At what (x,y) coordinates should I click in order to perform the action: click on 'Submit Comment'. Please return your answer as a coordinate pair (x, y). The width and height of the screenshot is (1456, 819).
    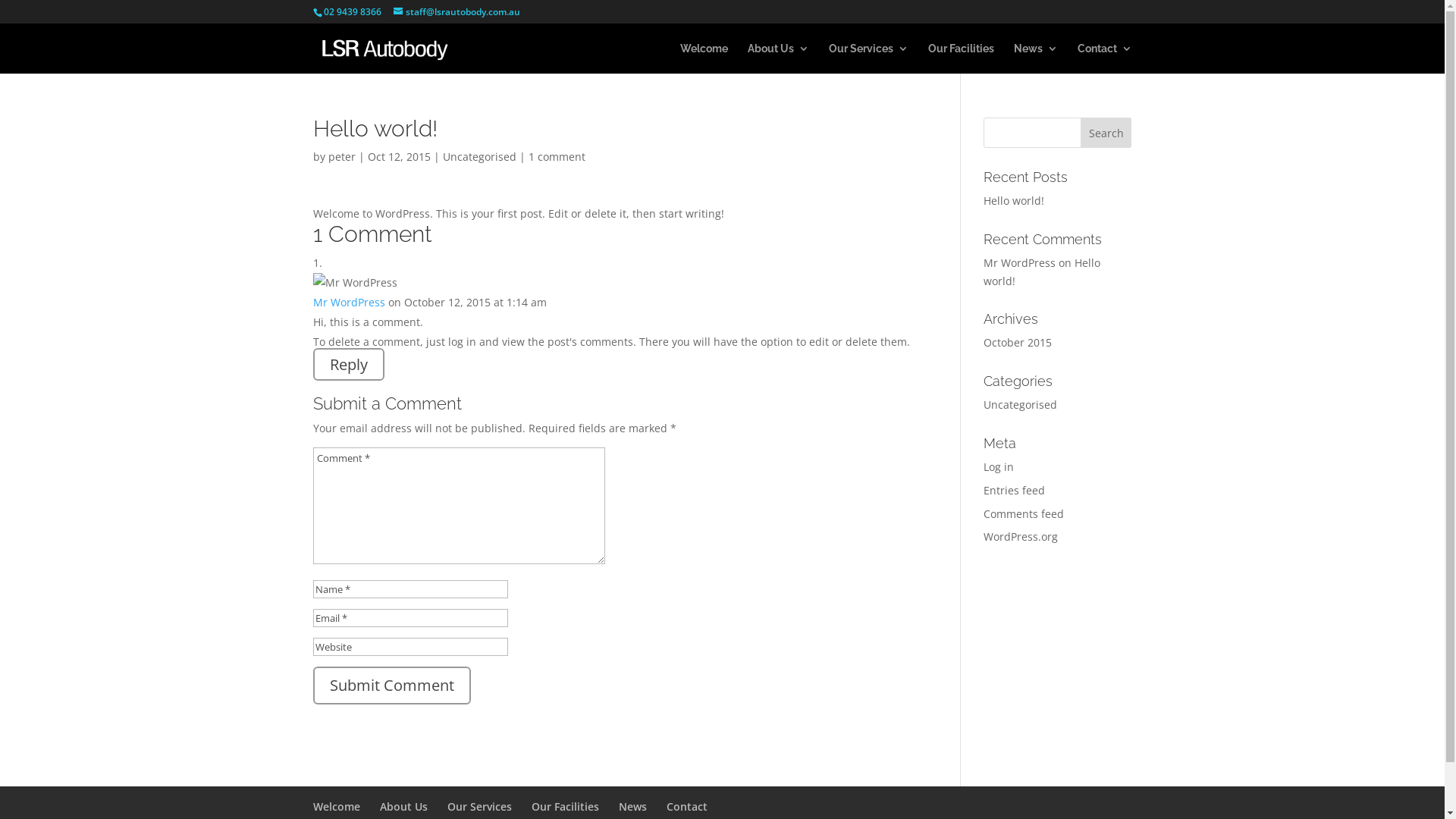
    Looking at the image, I should click on (391, 685).